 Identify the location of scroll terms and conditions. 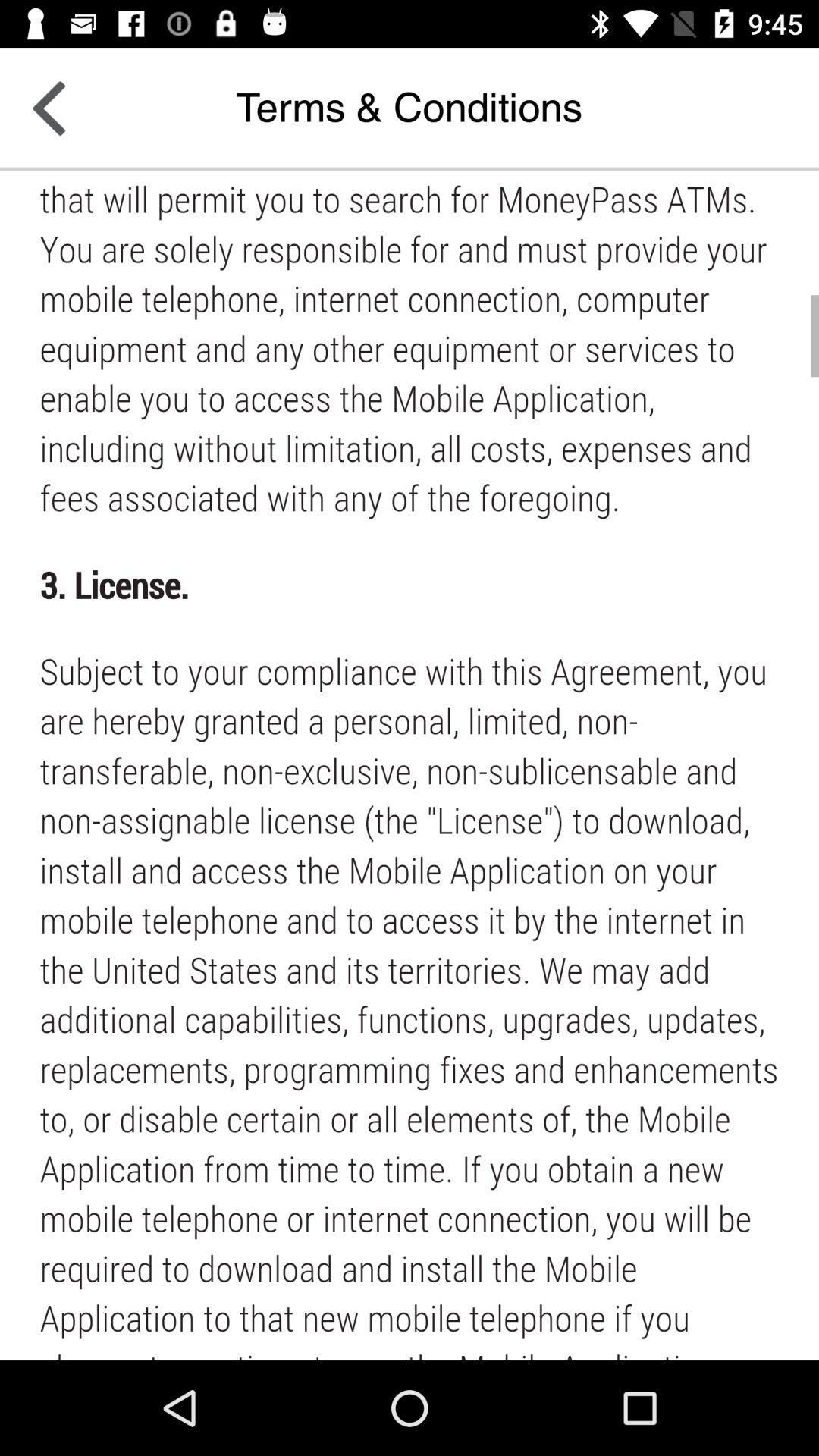
(409, 765).